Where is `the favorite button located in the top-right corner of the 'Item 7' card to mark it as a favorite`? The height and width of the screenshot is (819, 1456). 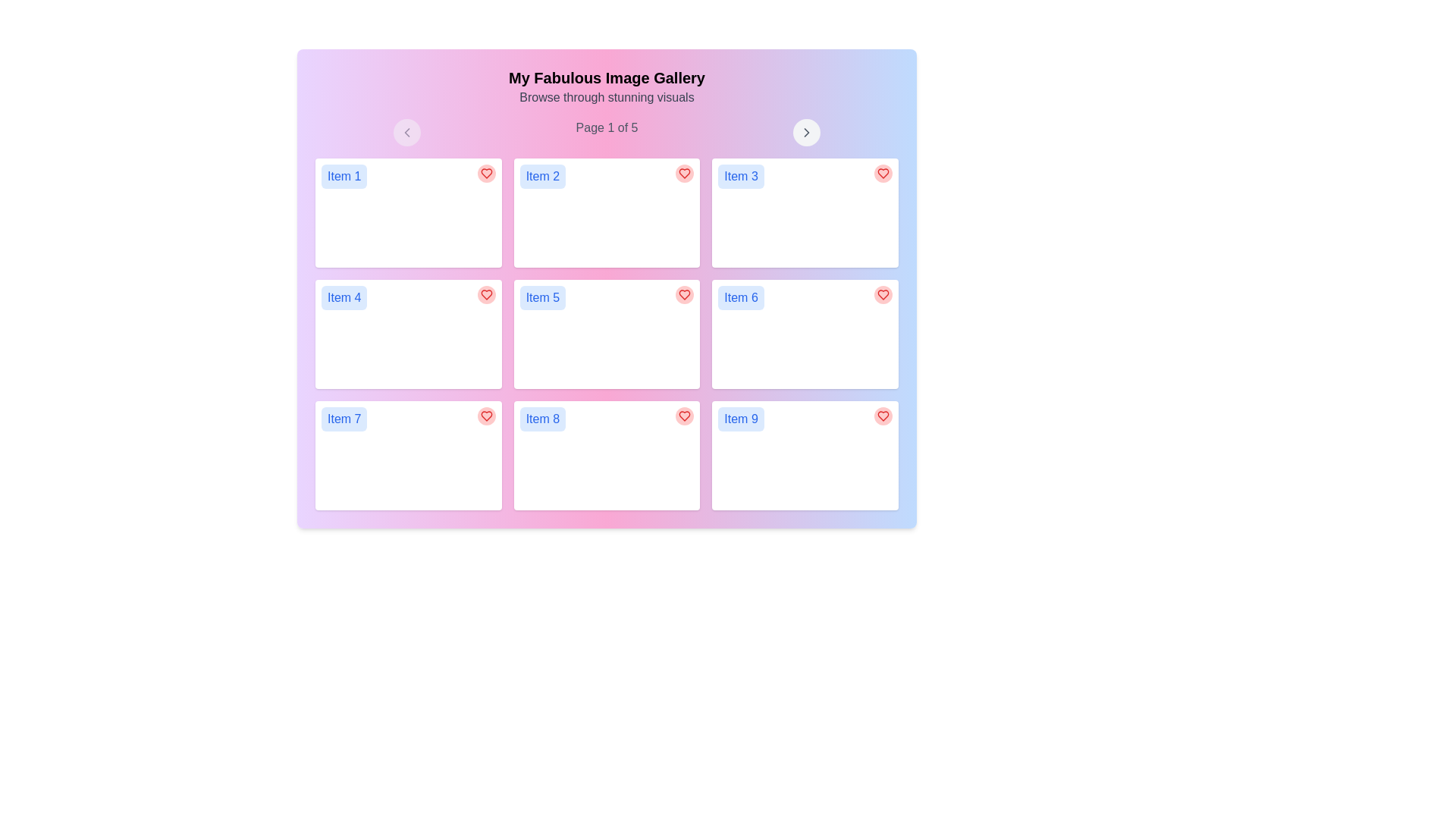 the favorite button located in the top-right corner of the 'Item 7' card to mark it as a favorite is located at coordinates (486, 416).